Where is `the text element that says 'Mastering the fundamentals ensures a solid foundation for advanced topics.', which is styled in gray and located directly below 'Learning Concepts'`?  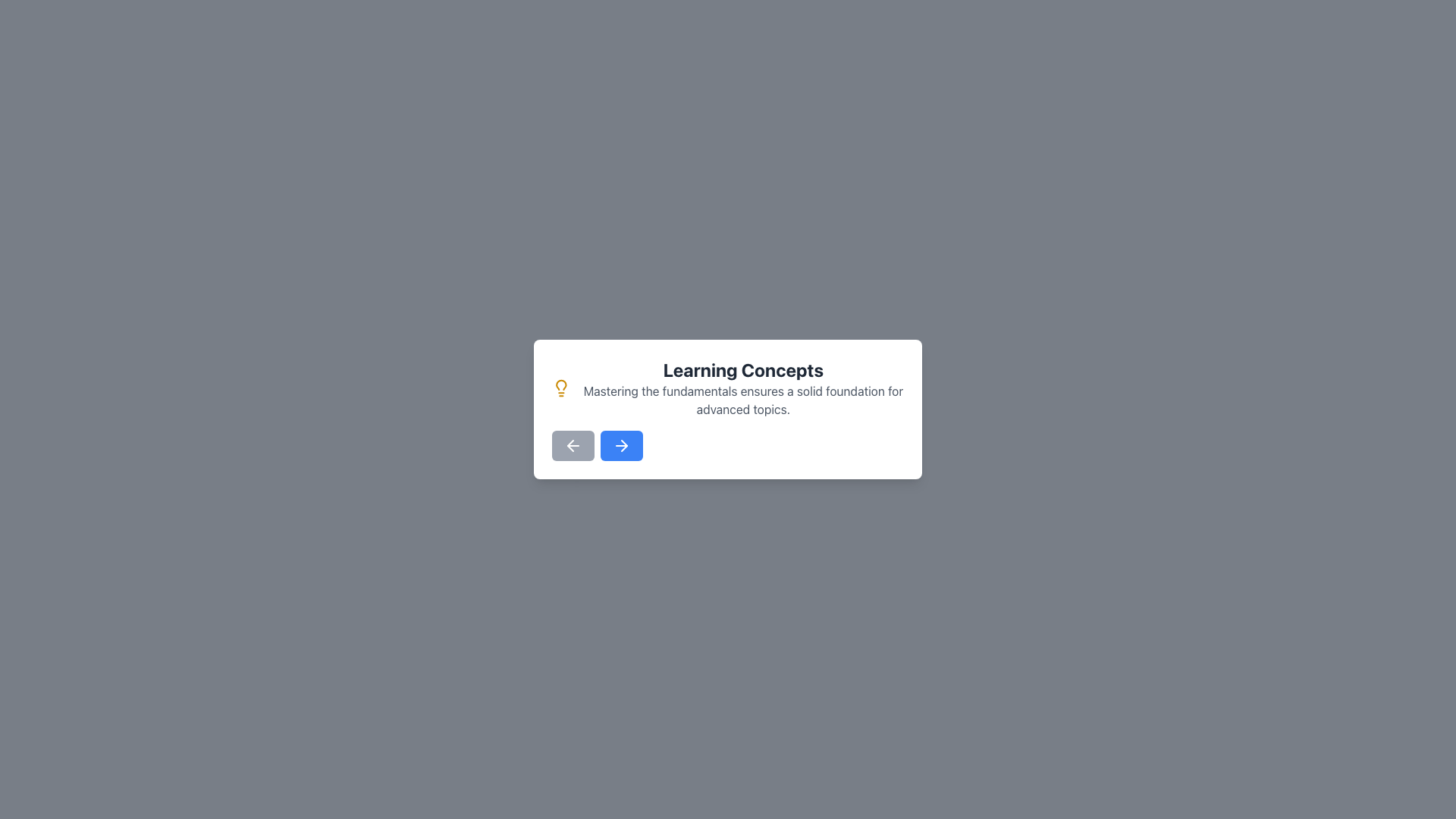
the text element that says 'Mastering the fundamentals ensures a solid foundation for advanced topics.', which is styled in gray and located directly below 'Learning Concepts' is located at coordinates (743, 400).